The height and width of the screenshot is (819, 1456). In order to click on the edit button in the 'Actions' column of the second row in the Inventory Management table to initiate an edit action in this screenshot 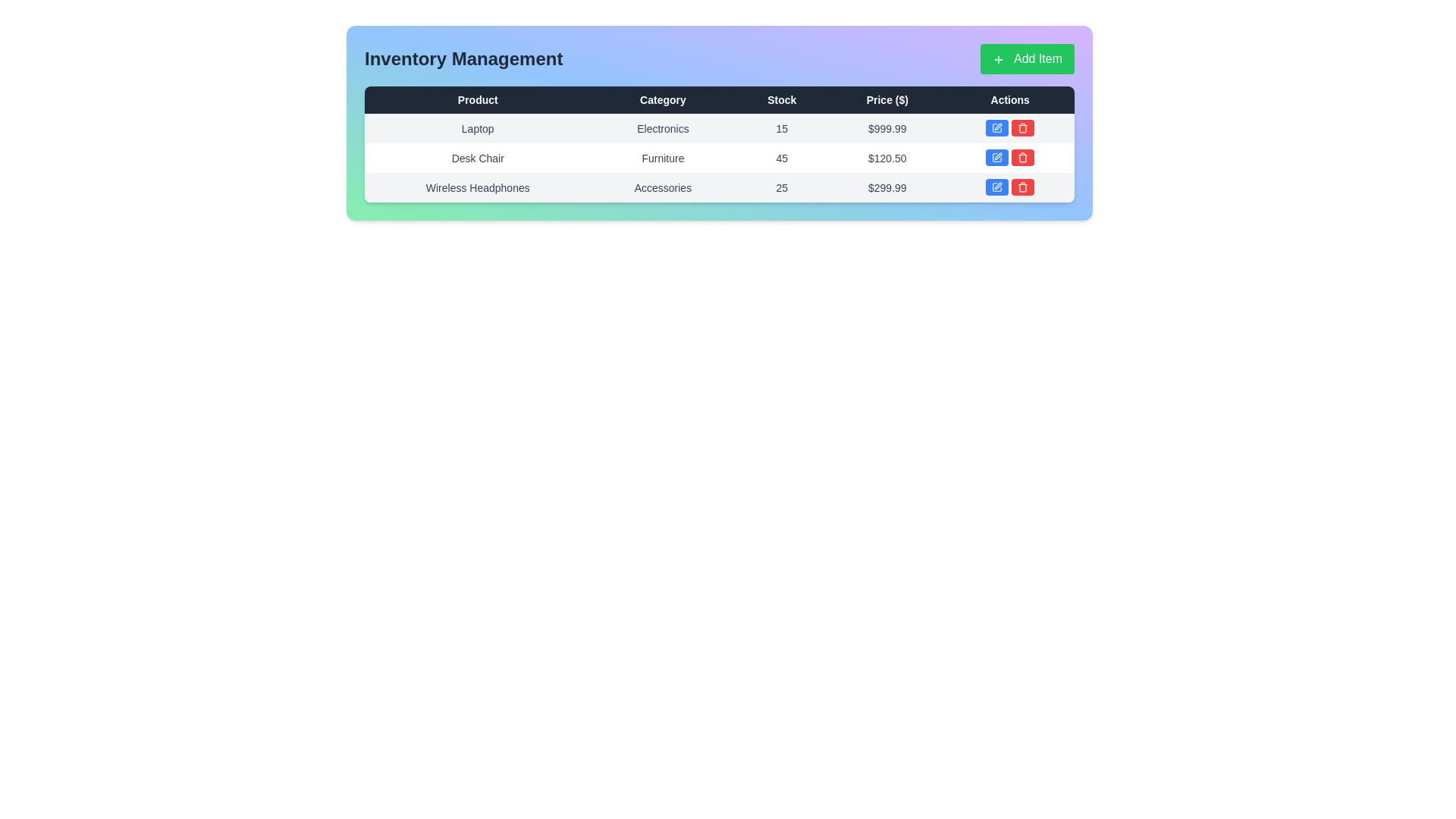, I will do `click(997, 158)`.